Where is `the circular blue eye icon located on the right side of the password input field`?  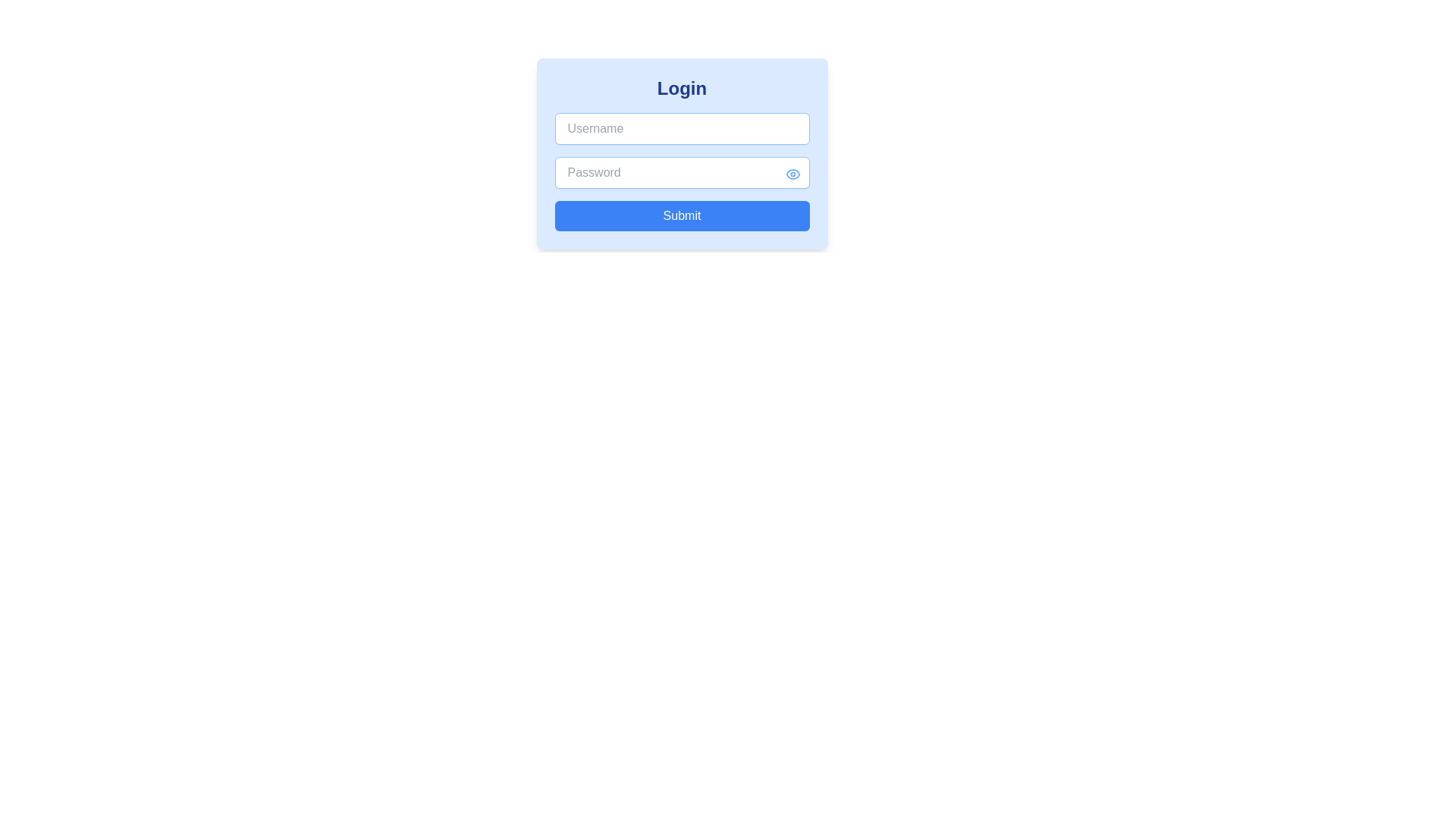 the circular blue eye icon located on the right side of the password input field is located at coordinates (792, 172).